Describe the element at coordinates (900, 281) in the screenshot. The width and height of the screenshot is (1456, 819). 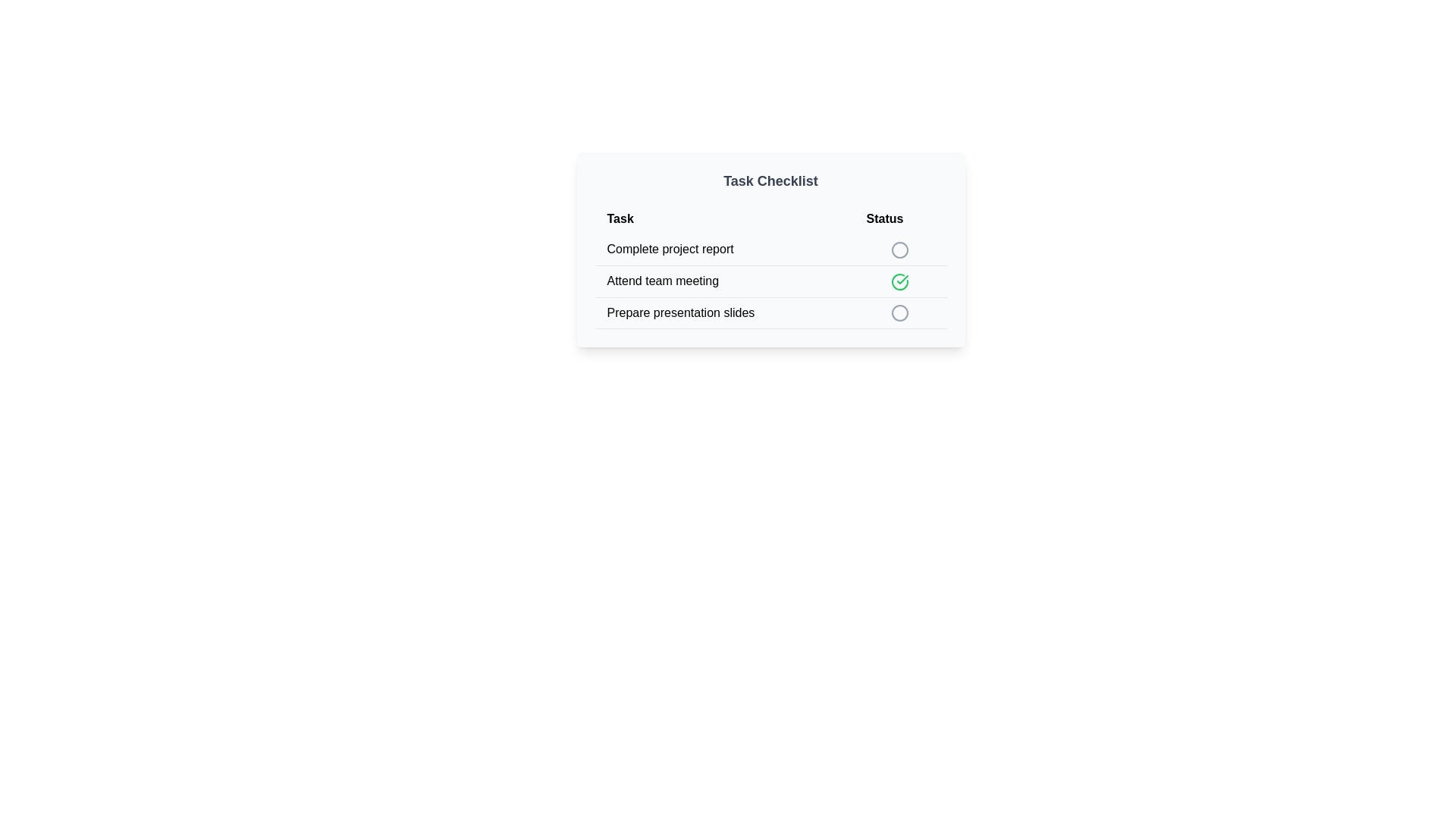
I see `the green circular checkmark icon indicating completion in the 'Status' column of the 'Attend team meeting' row in the task checklist` at that location.